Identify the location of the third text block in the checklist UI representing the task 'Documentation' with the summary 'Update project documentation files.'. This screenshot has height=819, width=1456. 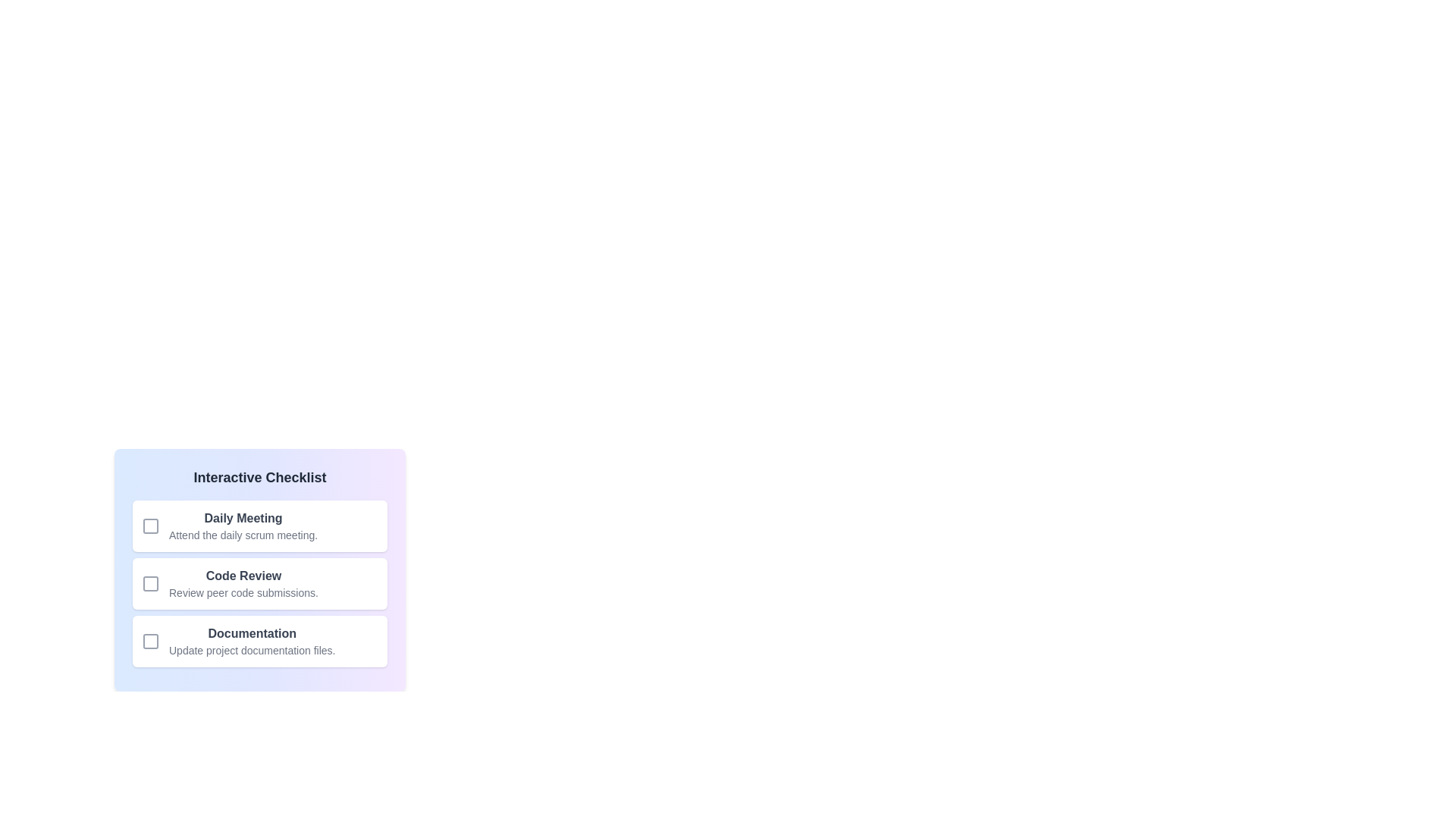
(252, 641).